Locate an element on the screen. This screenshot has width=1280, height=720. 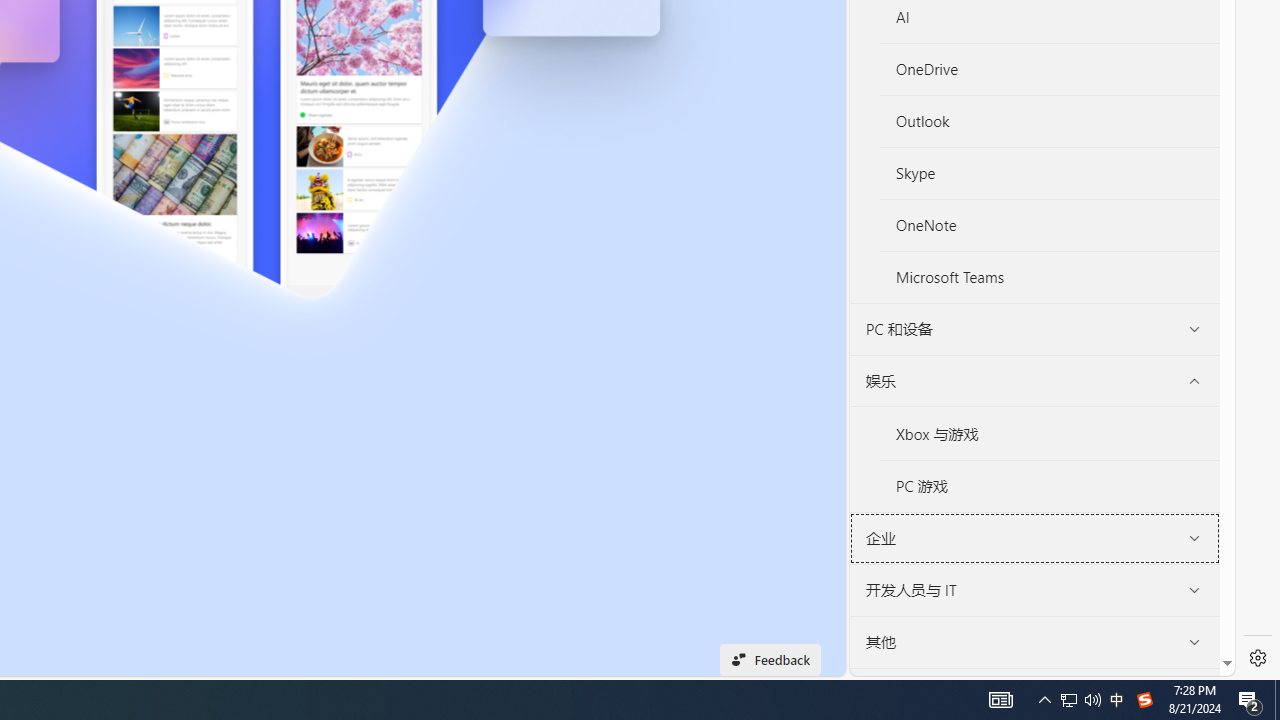
'OneDrive' is located at coordinates (1049, 69).